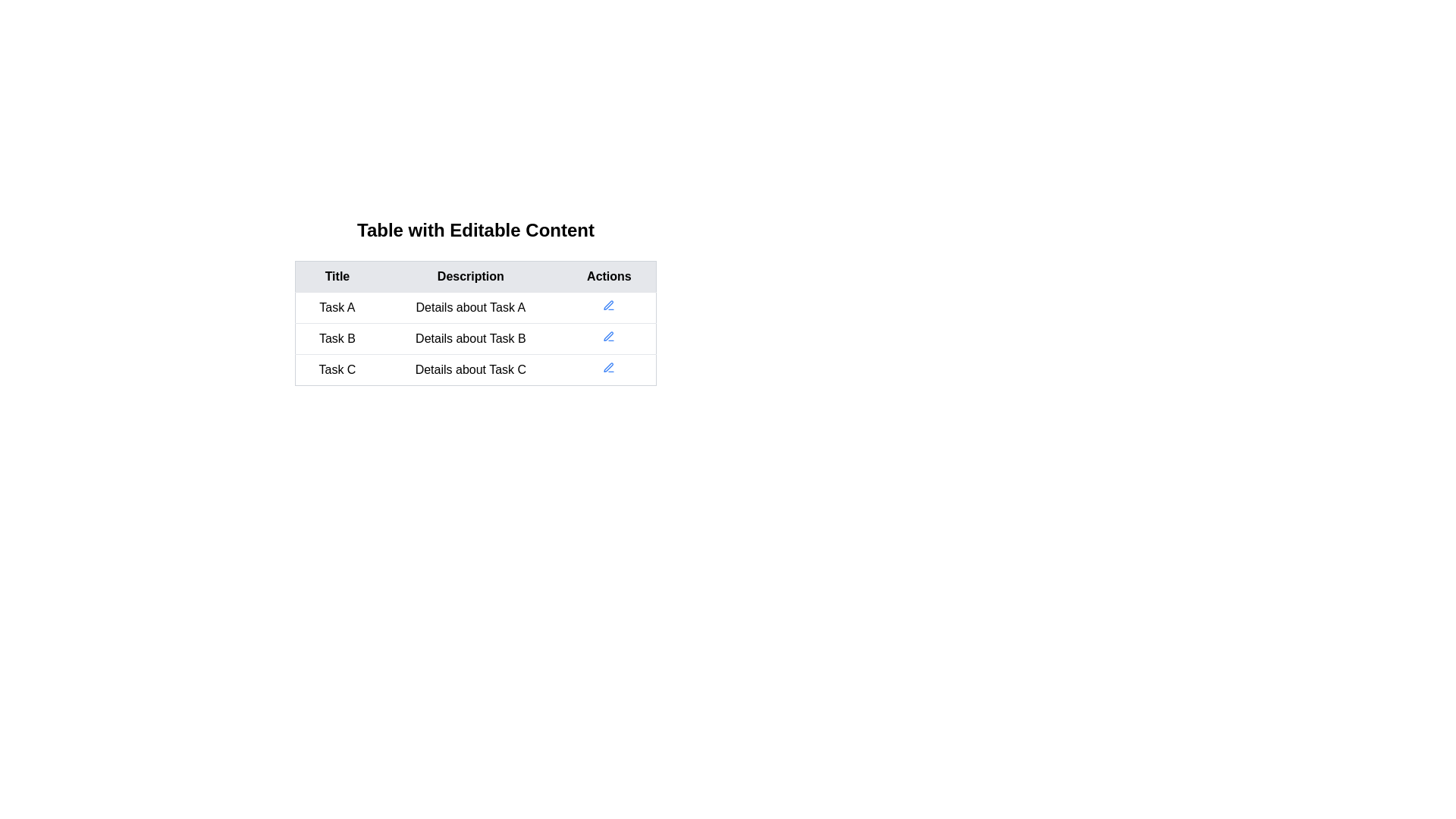 The width and height of the screenshot is (1456, 819). Describe the element at coordinates (609, 335) in the screenshot. I see `the edit icon located in the third column of the second row of the 'Table with Editable Content', which is adjacent to the text 'Details about Task B'` at that location.